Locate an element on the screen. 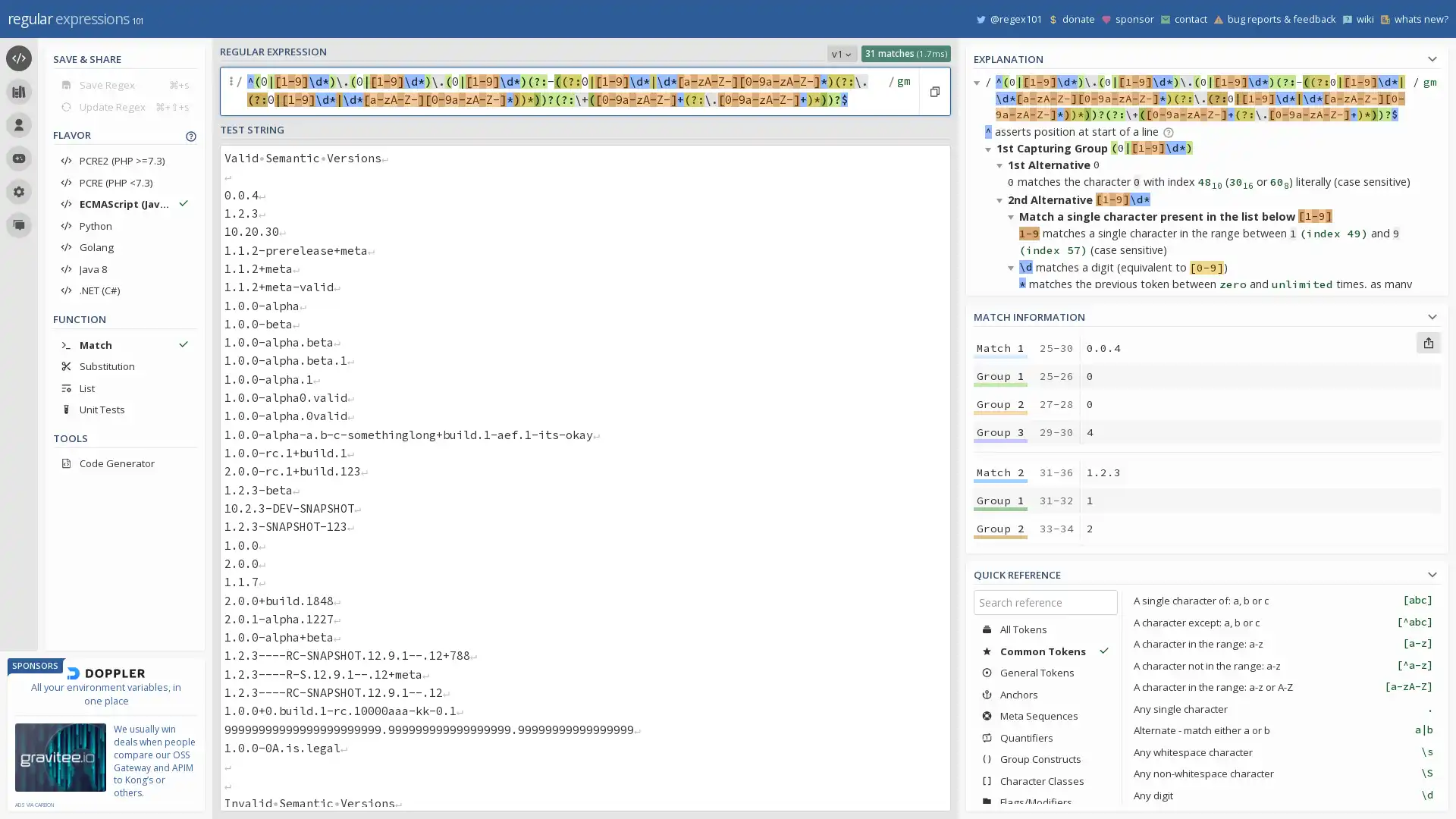 The image size is (1456, 819). Collapse Subtree is located at coordinates (1013, 265).